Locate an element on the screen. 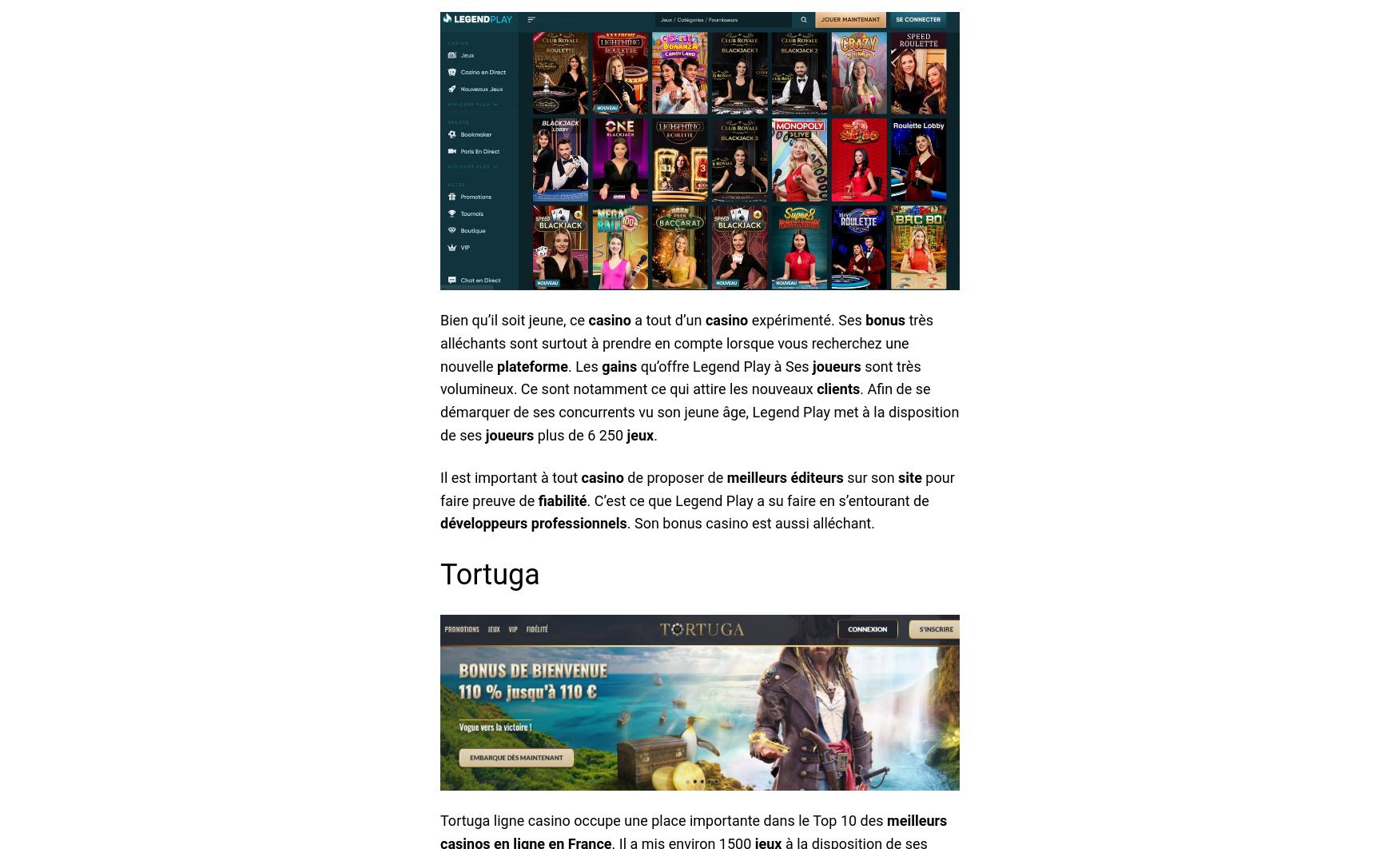 This screenshot has width=1400, height=849. 'sont très volumineux. Ce sont notamment ce qui attire les nouveaux' is located at coordinates (679, 376).